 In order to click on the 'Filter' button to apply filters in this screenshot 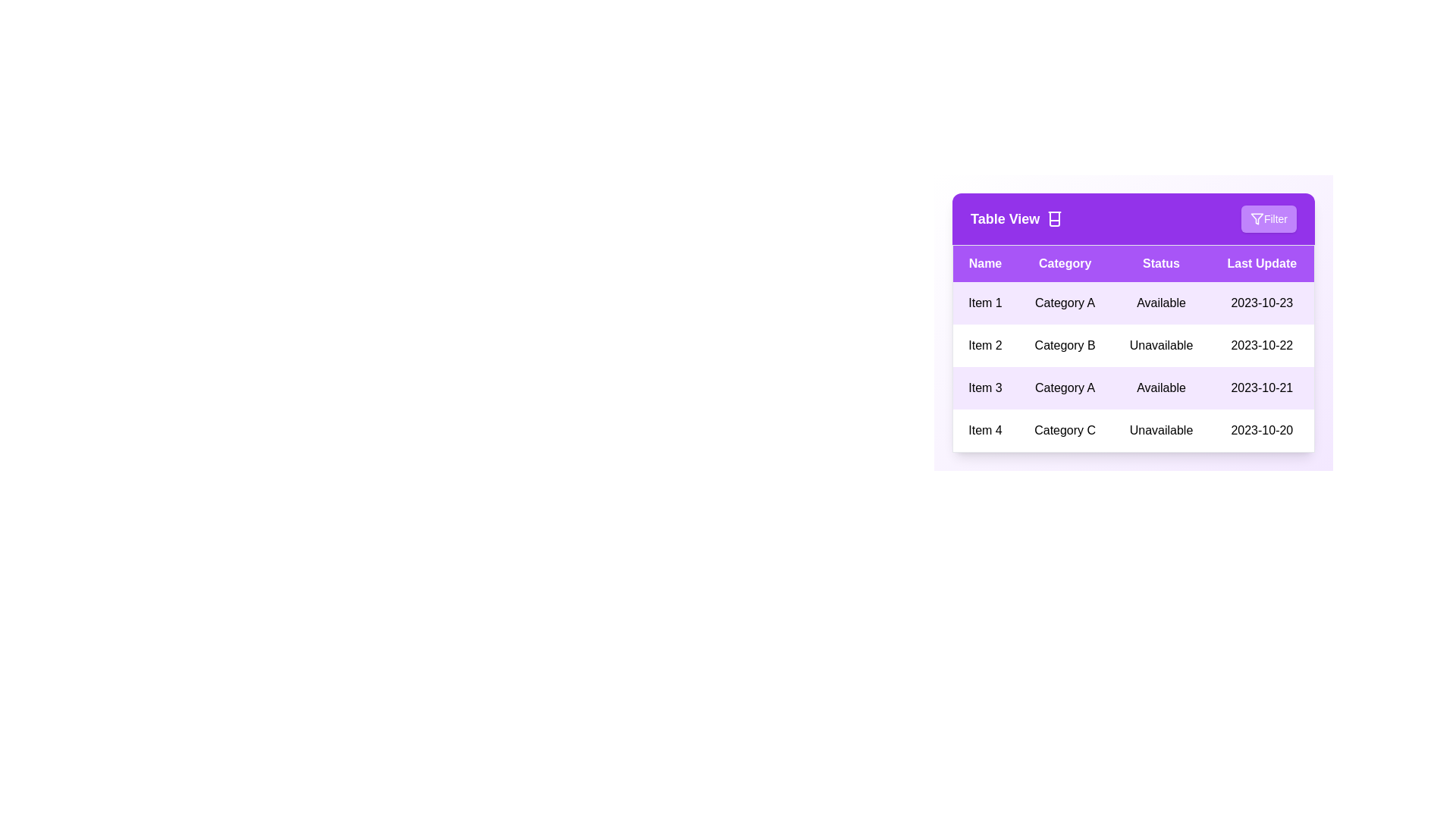, I will do `click(1269, 219)`.